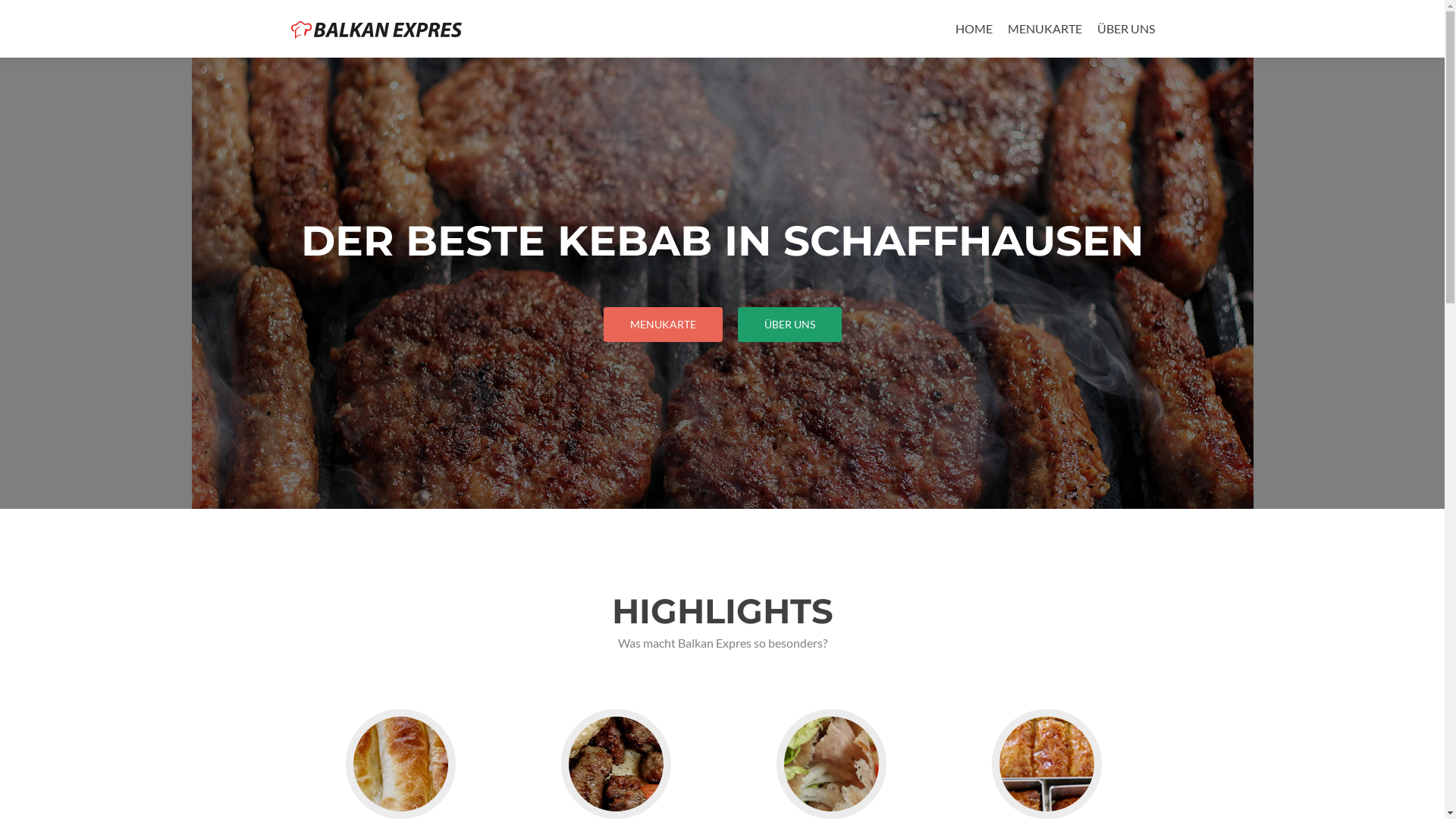 Image resolution: width=1456 pixels, height=819 pixels. What do you see at coordinates (663, 324) in the screenshot?
I see `'MENUKARTE'` at bounding box center [663, 324].